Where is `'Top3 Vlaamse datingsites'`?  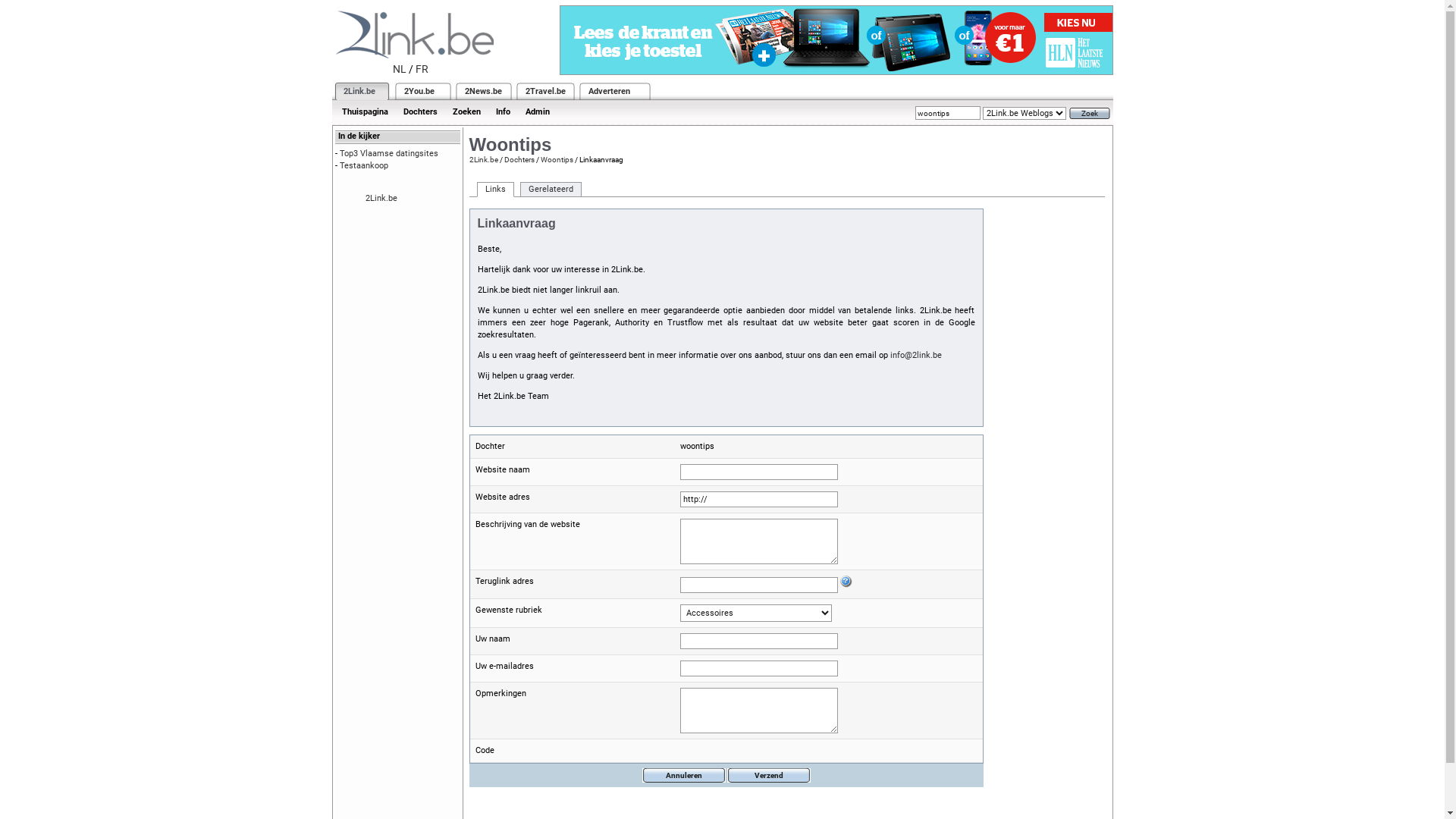 'Top3 Vlaamse datingsites' is located at coordinates (389, 153).